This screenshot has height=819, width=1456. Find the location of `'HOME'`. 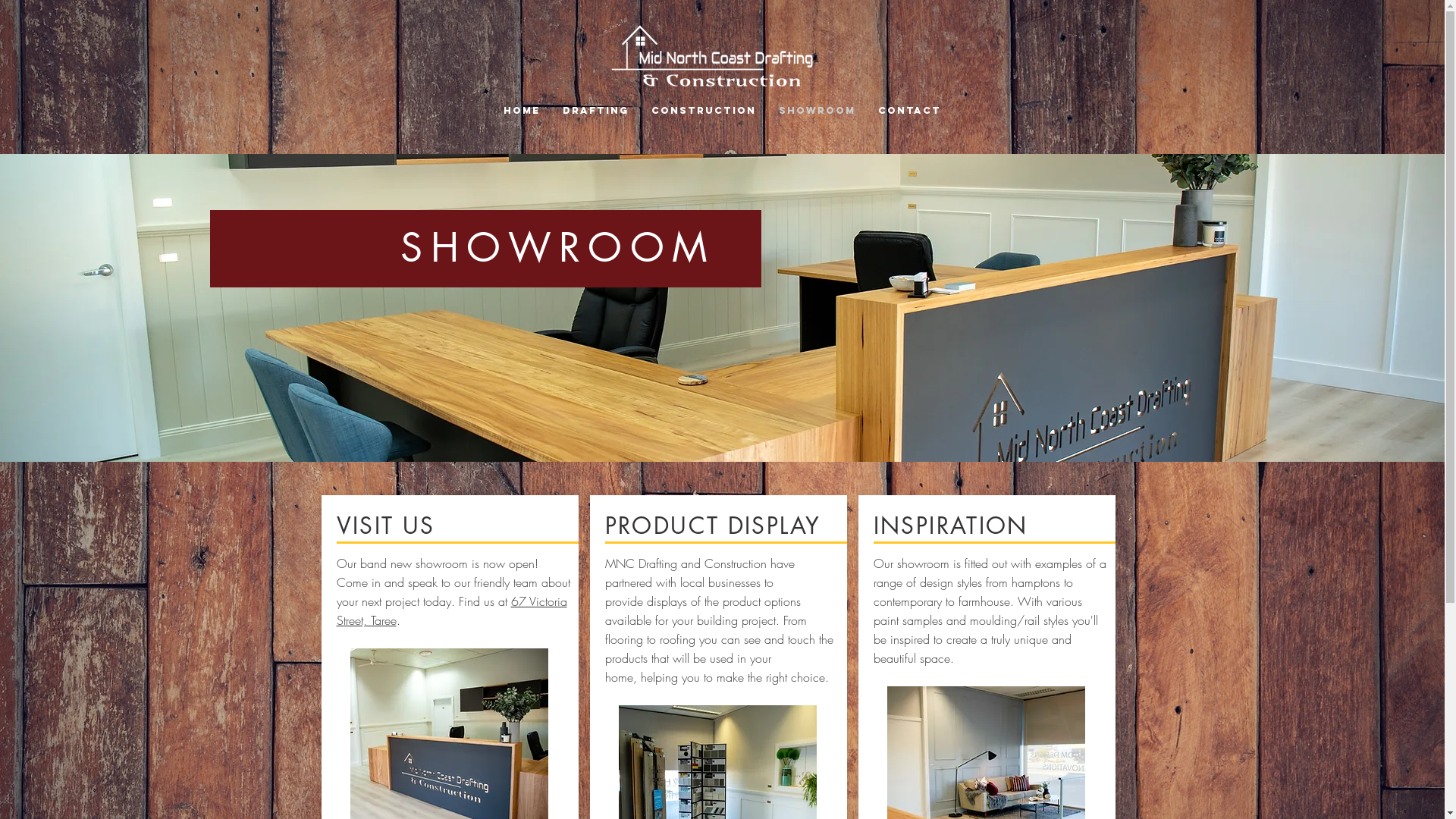

'HOME' is located at coordinates (521, 108).